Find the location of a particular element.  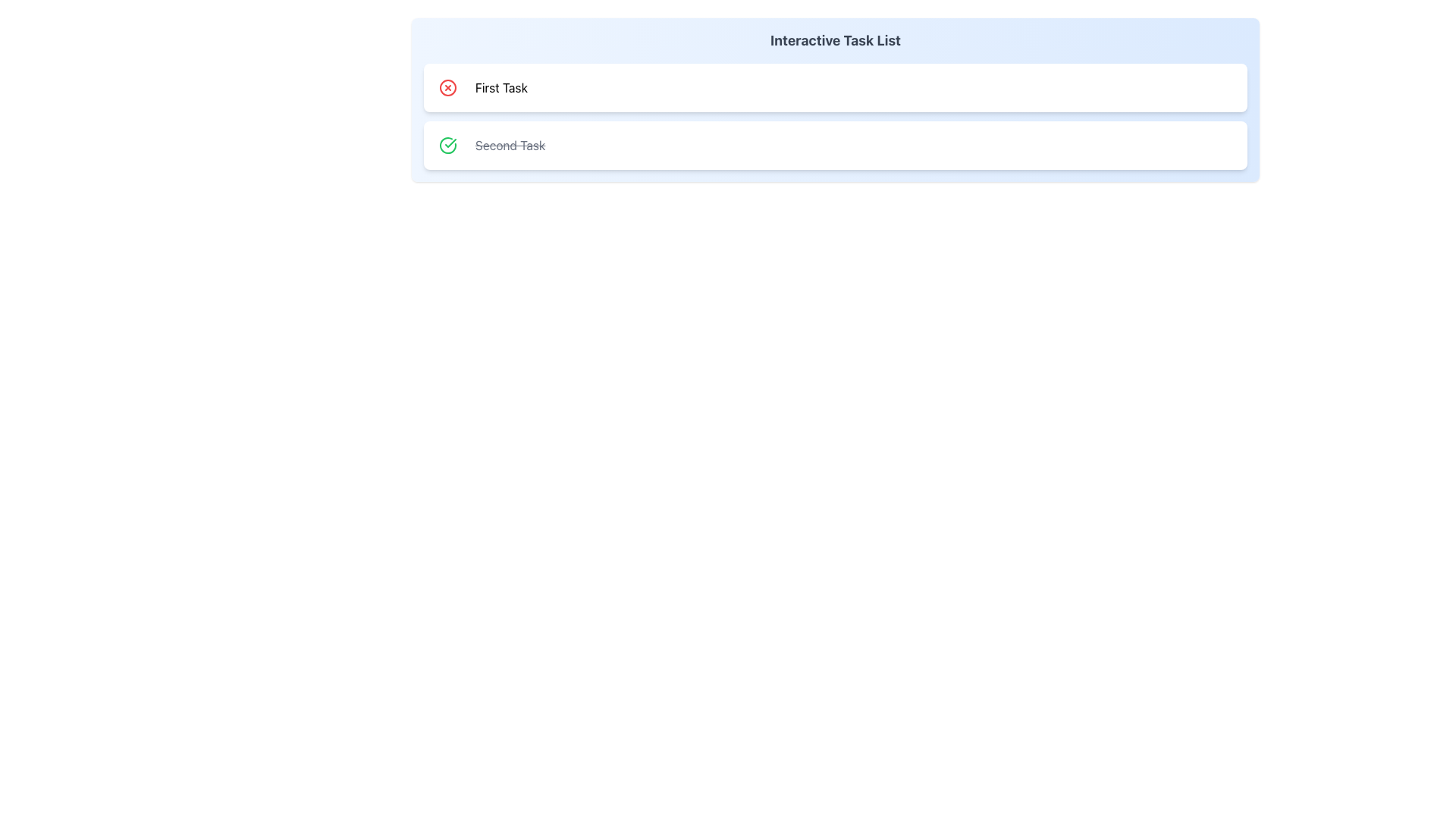

the completion status icon located to the left of the 'Second Task' text in the task list interface to interact with the task is located at coordinates (447, 146).